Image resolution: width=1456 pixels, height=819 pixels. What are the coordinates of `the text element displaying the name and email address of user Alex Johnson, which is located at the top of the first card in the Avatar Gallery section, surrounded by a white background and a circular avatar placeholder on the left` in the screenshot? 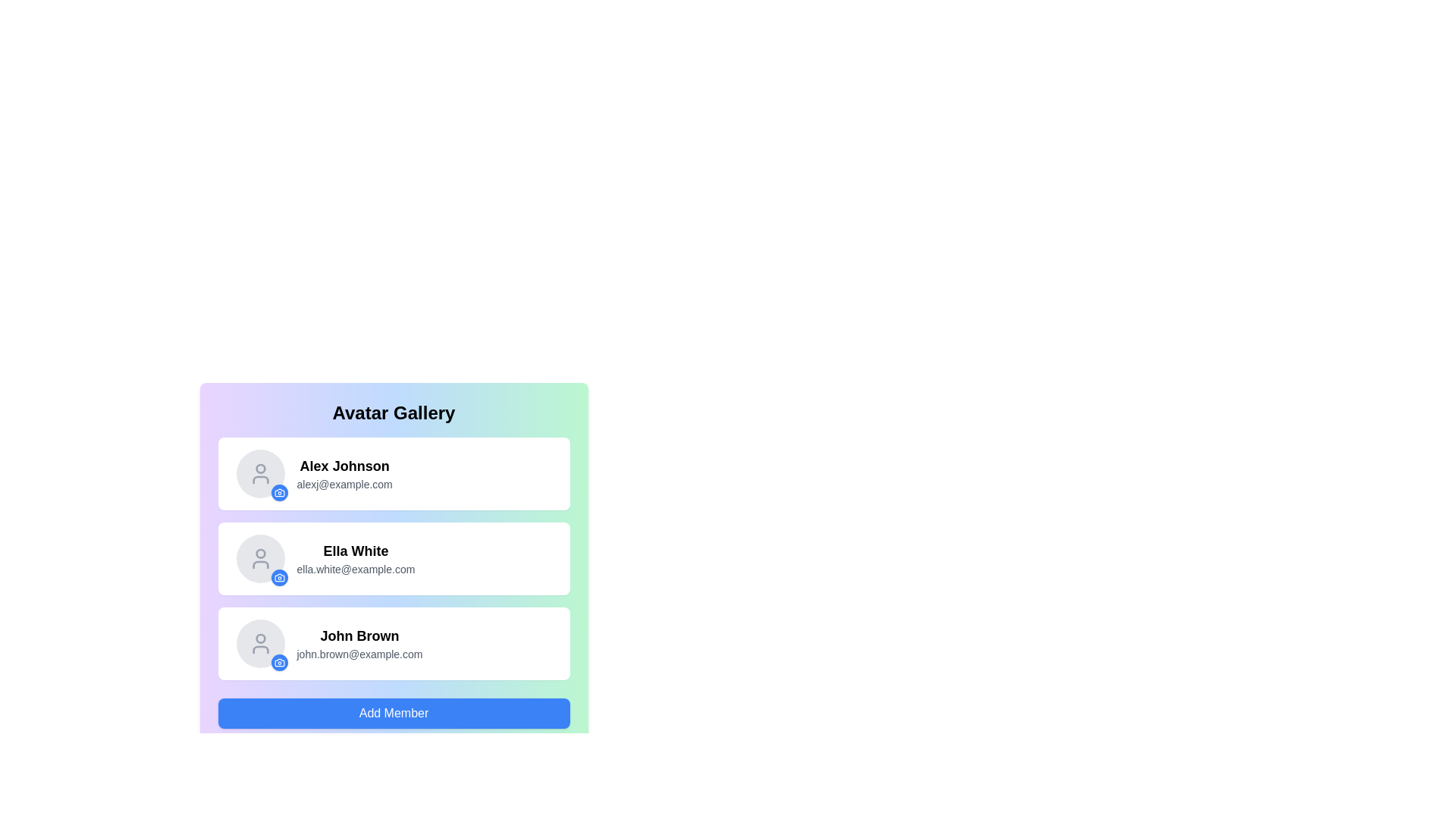 It's located at (344, 472).